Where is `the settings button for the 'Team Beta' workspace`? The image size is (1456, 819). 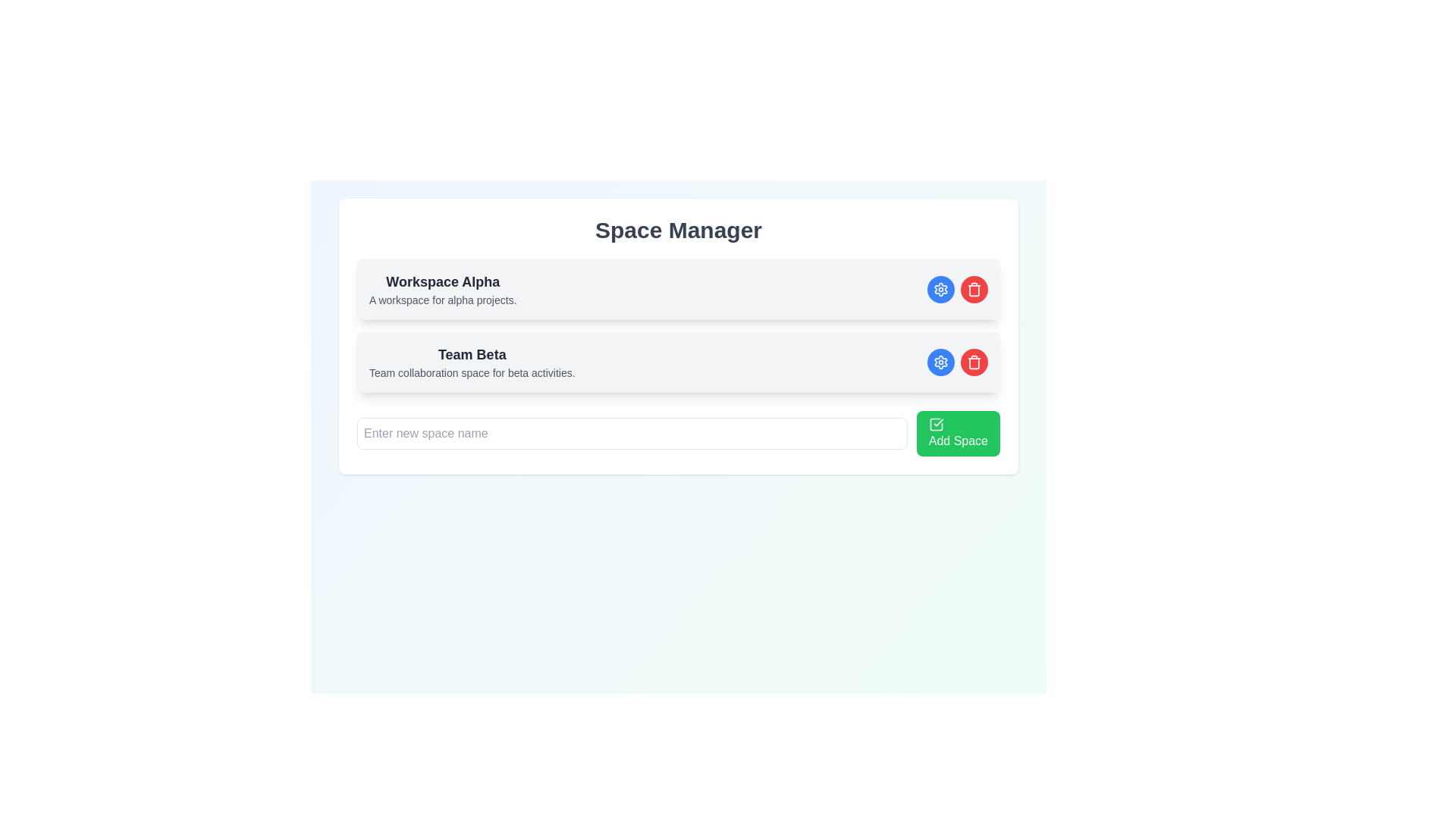
the settings button for the 'Team Beta' workspace is located at coordinates (940, 362).